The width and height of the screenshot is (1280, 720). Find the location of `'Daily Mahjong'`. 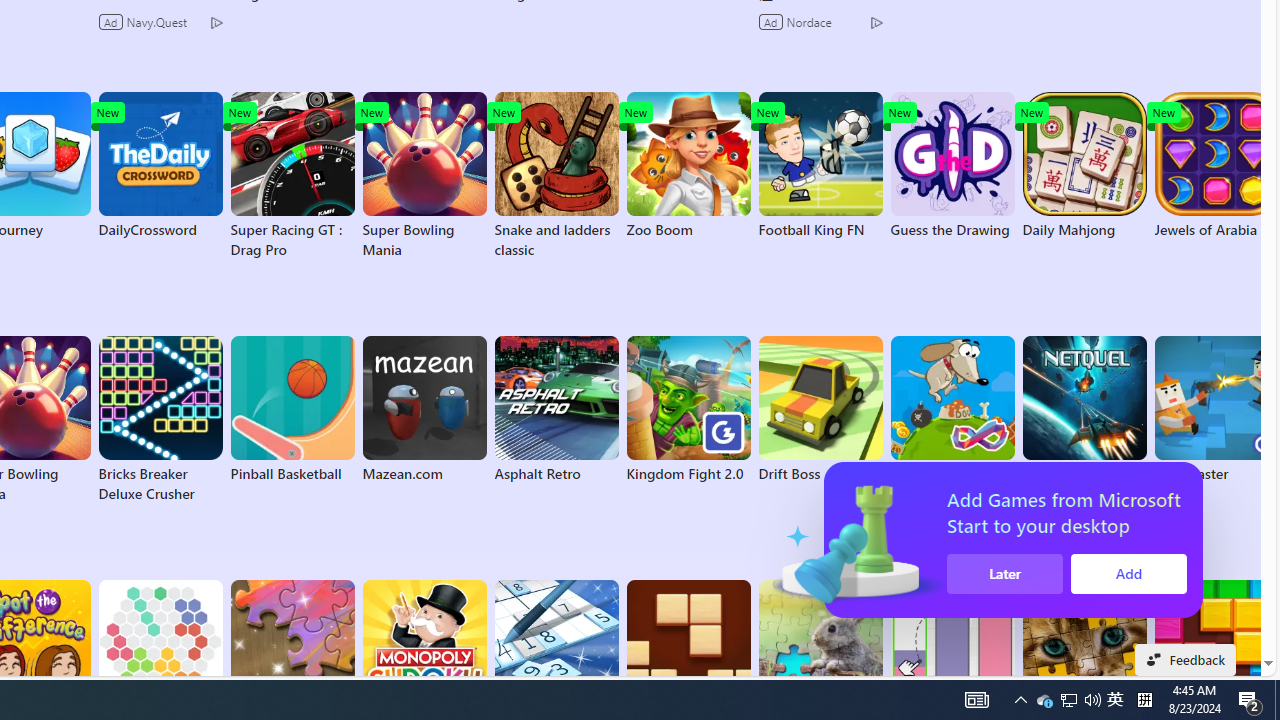

'Daily Mahjong' is located at coordinates (1083, 164).